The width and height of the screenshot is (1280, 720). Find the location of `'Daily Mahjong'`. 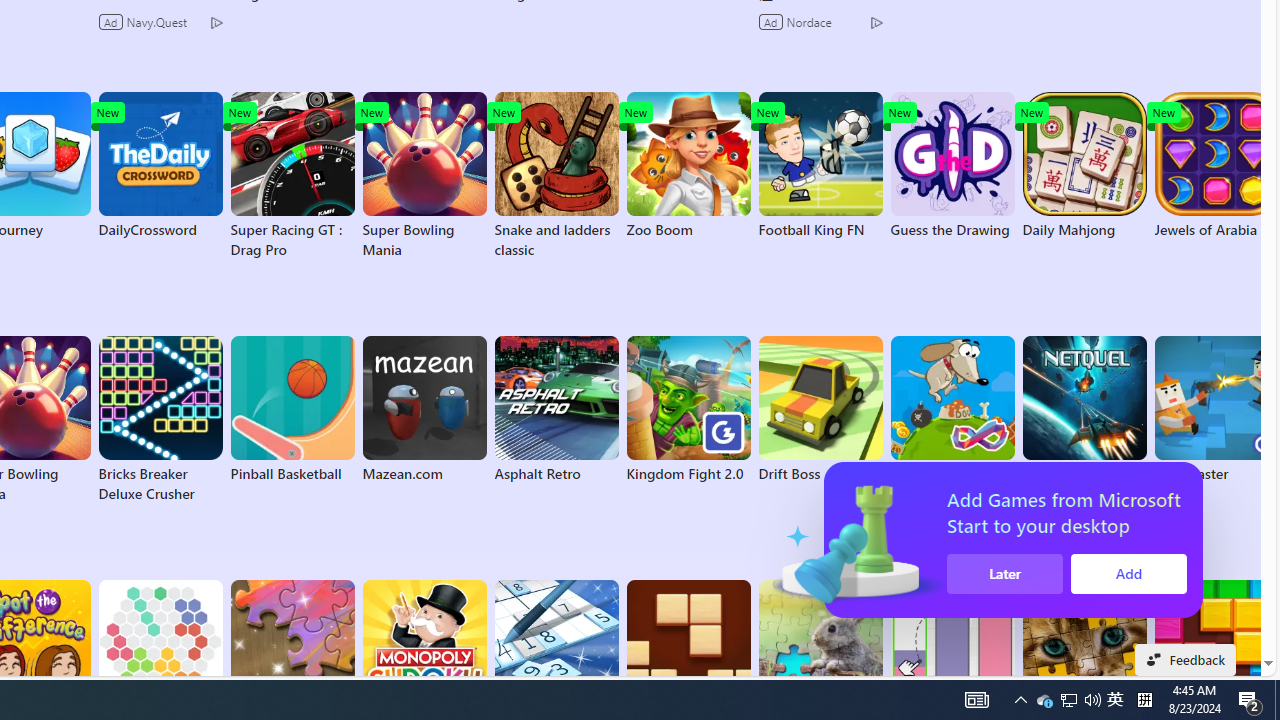

'Daily Mahjong' is located at coordinates (1083, 164).